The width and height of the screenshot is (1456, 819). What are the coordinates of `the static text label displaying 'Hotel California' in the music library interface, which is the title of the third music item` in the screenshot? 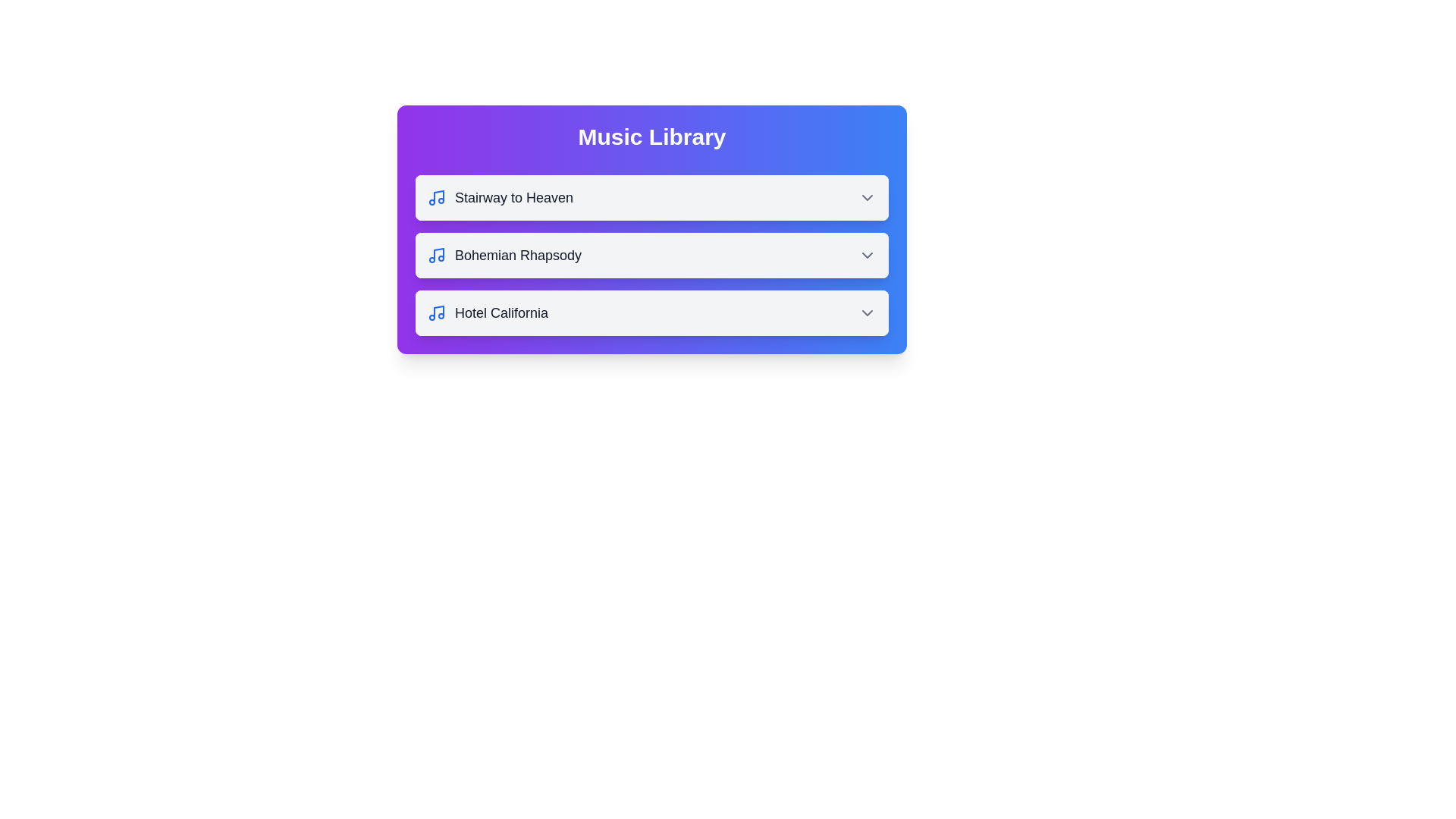 It's located at (501, 312).